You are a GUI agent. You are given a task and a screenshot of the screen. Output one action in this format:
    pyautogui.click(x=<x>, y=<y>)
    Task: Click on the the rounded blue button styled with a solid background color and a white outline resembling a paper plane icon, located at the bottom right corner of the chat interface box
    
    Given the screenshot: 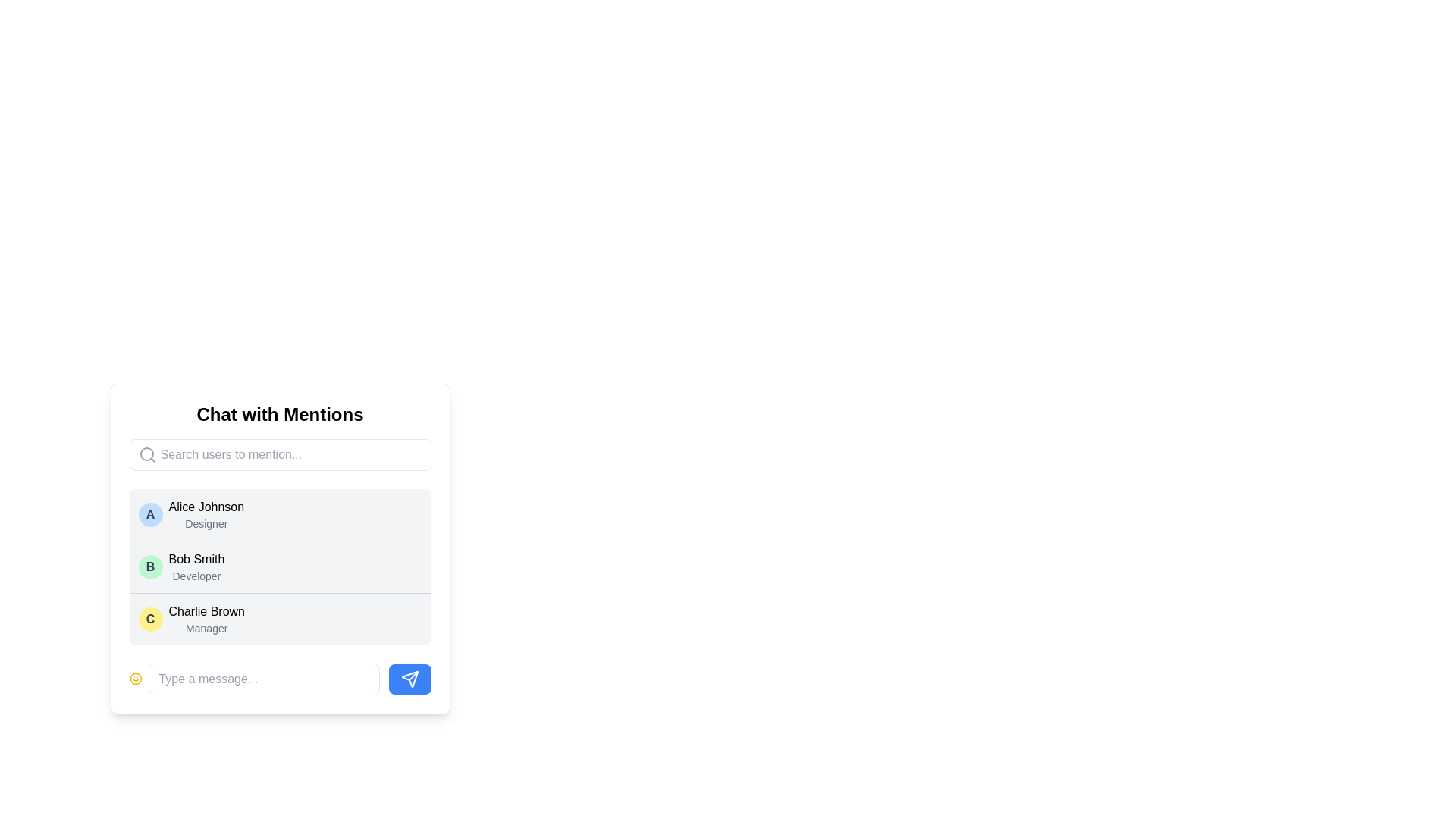 What is the action you would take?
    pyautogui.click(x=409, y=678)
    